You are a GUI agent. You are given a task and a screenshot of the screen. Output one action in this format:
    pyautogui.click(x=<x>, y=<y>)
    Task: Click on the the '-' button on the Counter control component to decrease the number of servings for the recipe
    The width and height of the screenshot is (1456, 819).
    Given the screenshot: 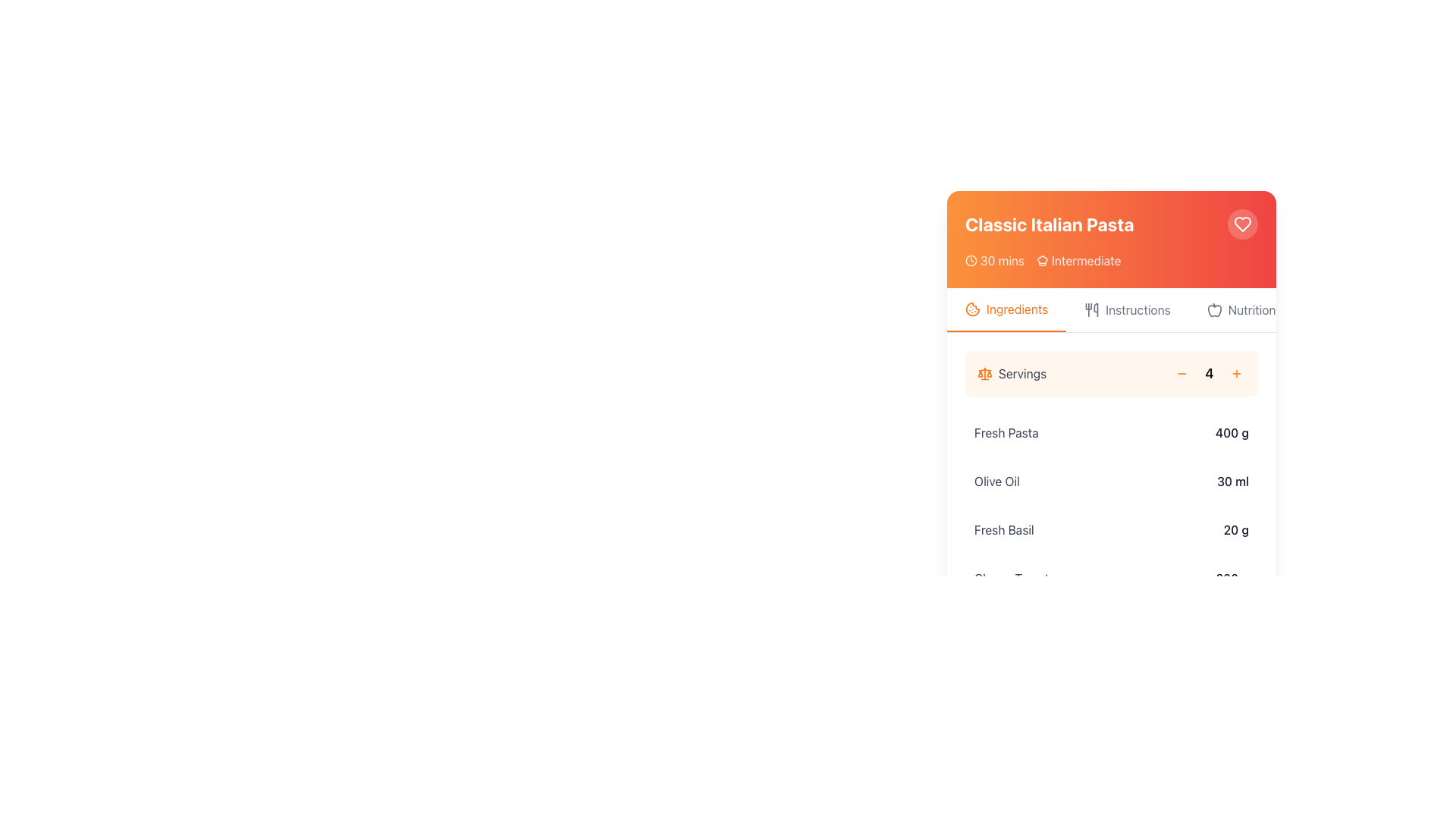 What is the action you would take?
    pyautogui.click(x=1111, y=374)
    